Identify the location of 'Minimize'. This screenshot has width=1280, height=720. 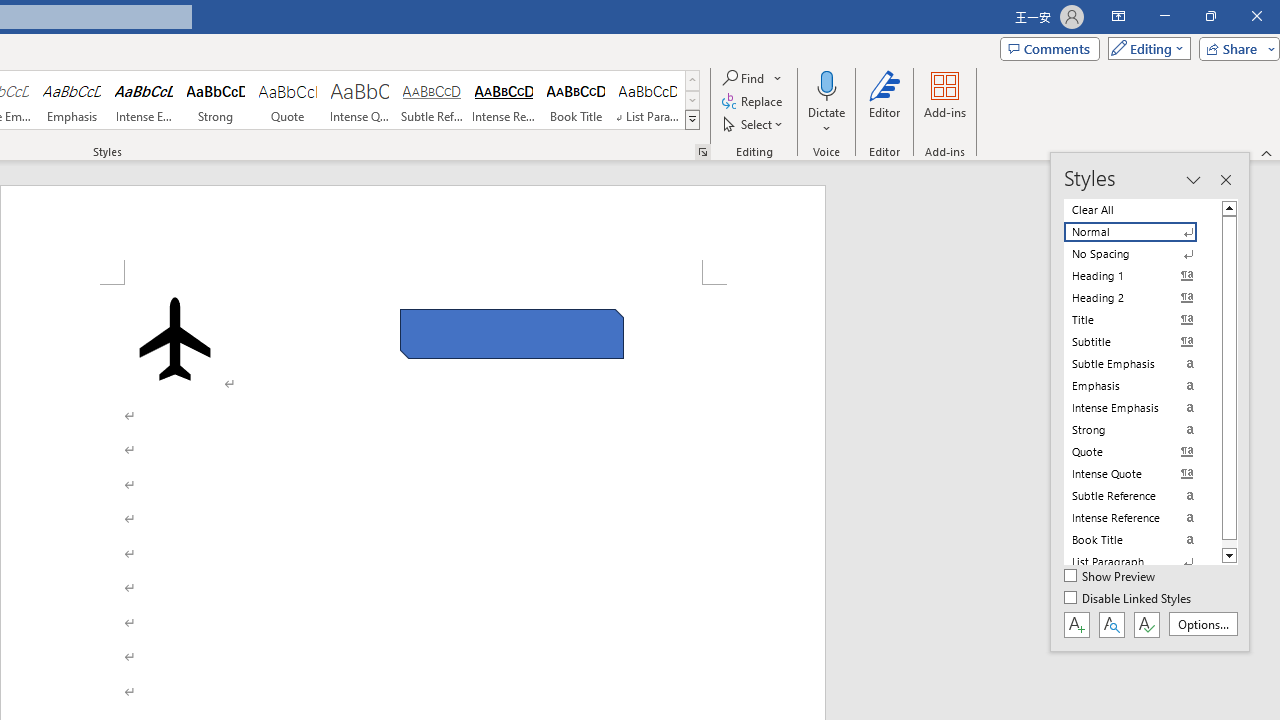
(1164, 16).